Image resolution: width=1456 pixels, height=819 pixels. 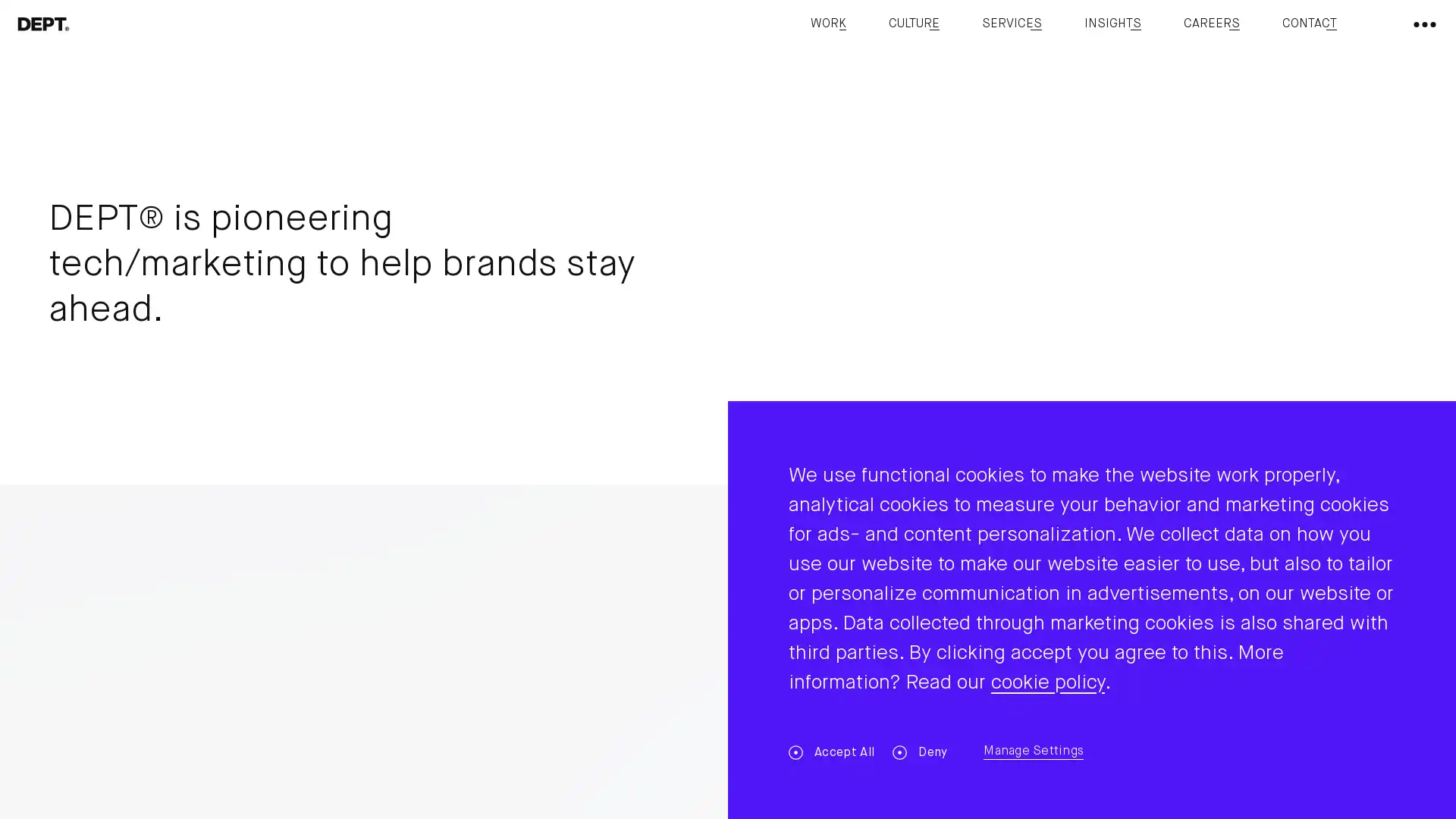 What do you see at coordinates (830, 752) in the screenshot?
I see `Accept All` at bounding box center [830, 752].